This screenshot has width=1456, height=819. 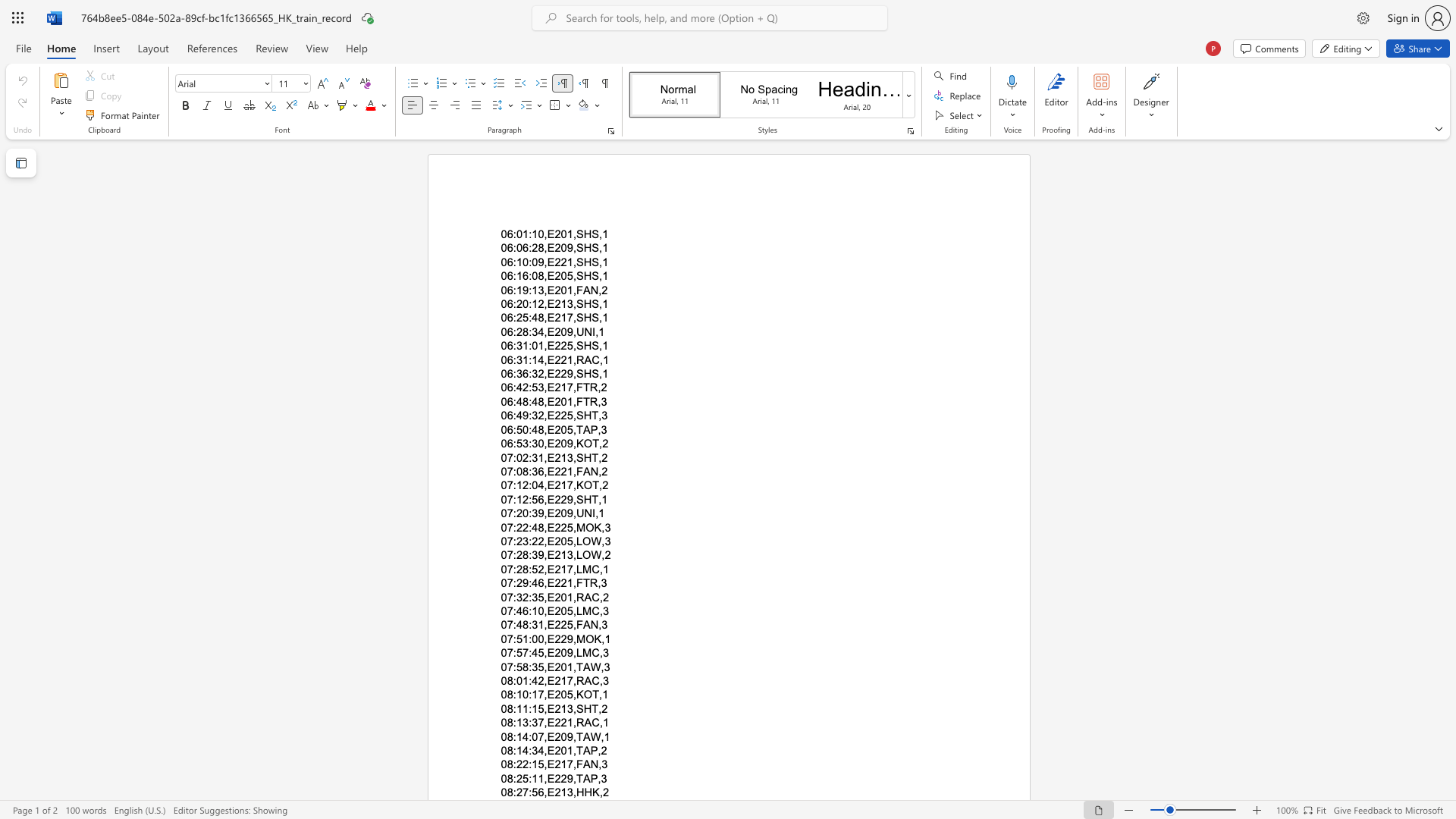 What do you see at coordinates (566, 736) in the screenshot?
I see `the subset text "9,TA" within the text "08:14:07,E209,TAW,1"` at bounding box center [566, 736].